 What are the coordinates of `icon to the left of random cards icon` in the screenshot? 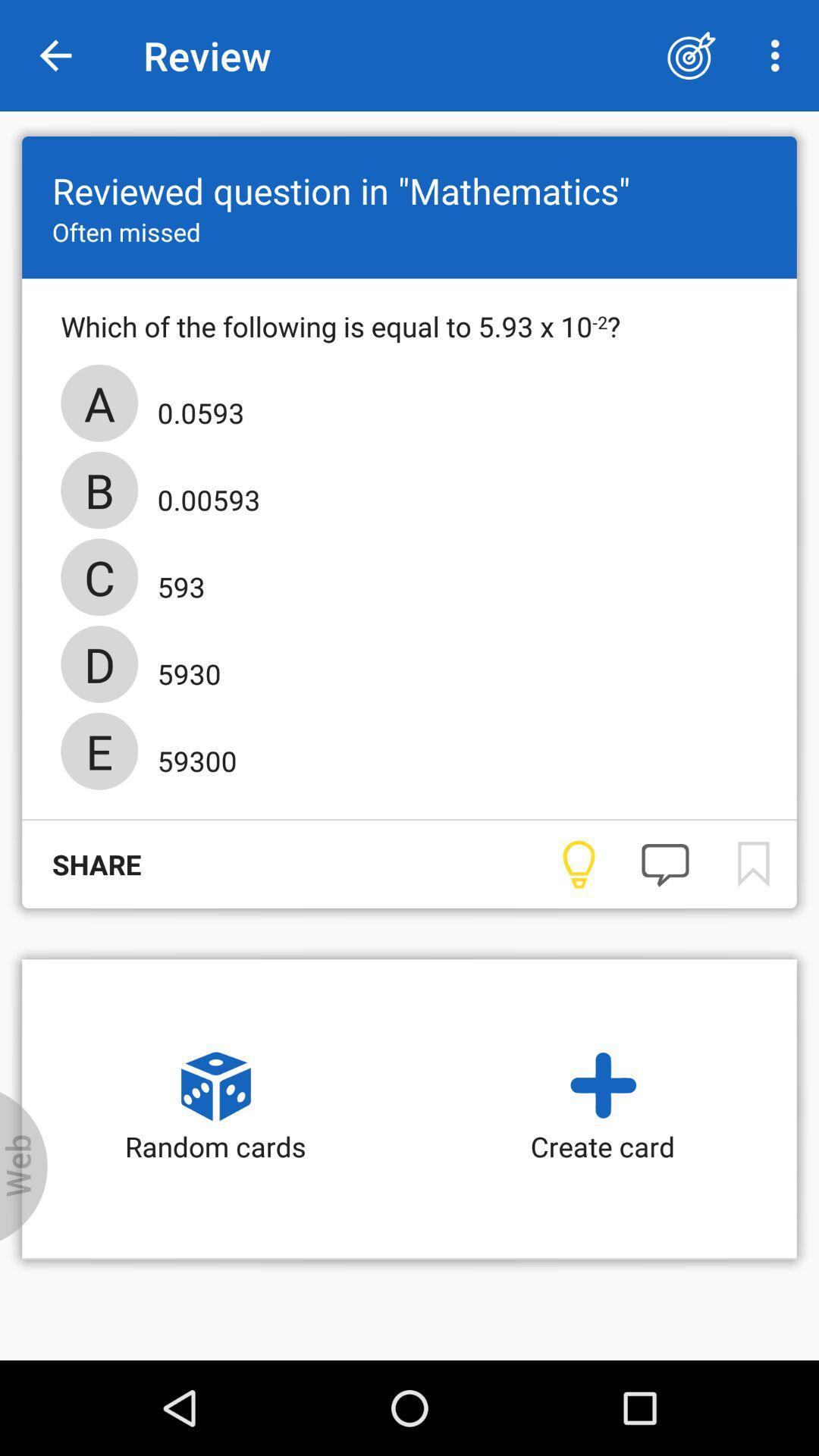 It's located at (24, 1166).